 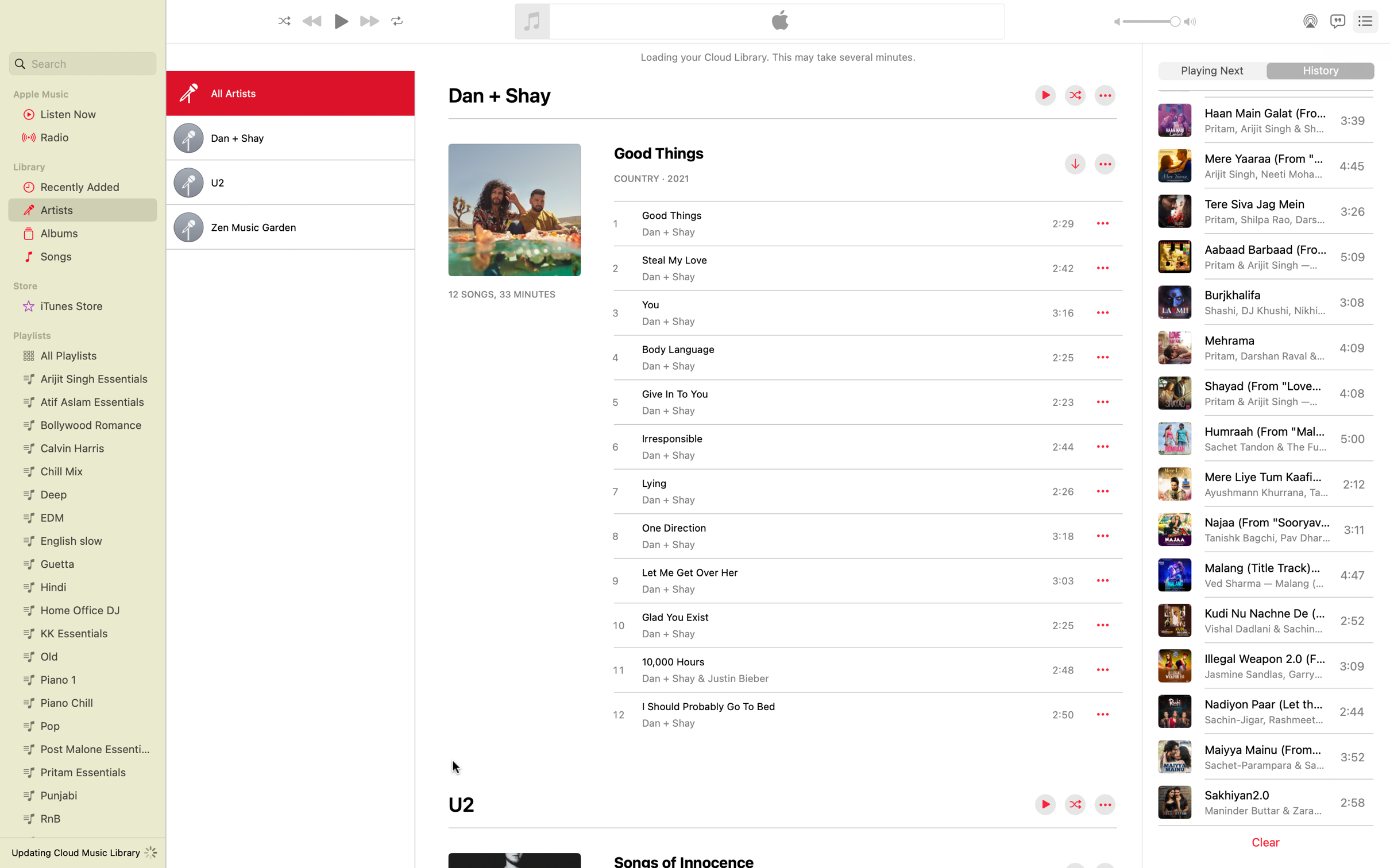 What do you see at coordinates (841, 446) in the screenshot?
I see `Activate the music track "Irresponsible` at bounding box center [841, 446].